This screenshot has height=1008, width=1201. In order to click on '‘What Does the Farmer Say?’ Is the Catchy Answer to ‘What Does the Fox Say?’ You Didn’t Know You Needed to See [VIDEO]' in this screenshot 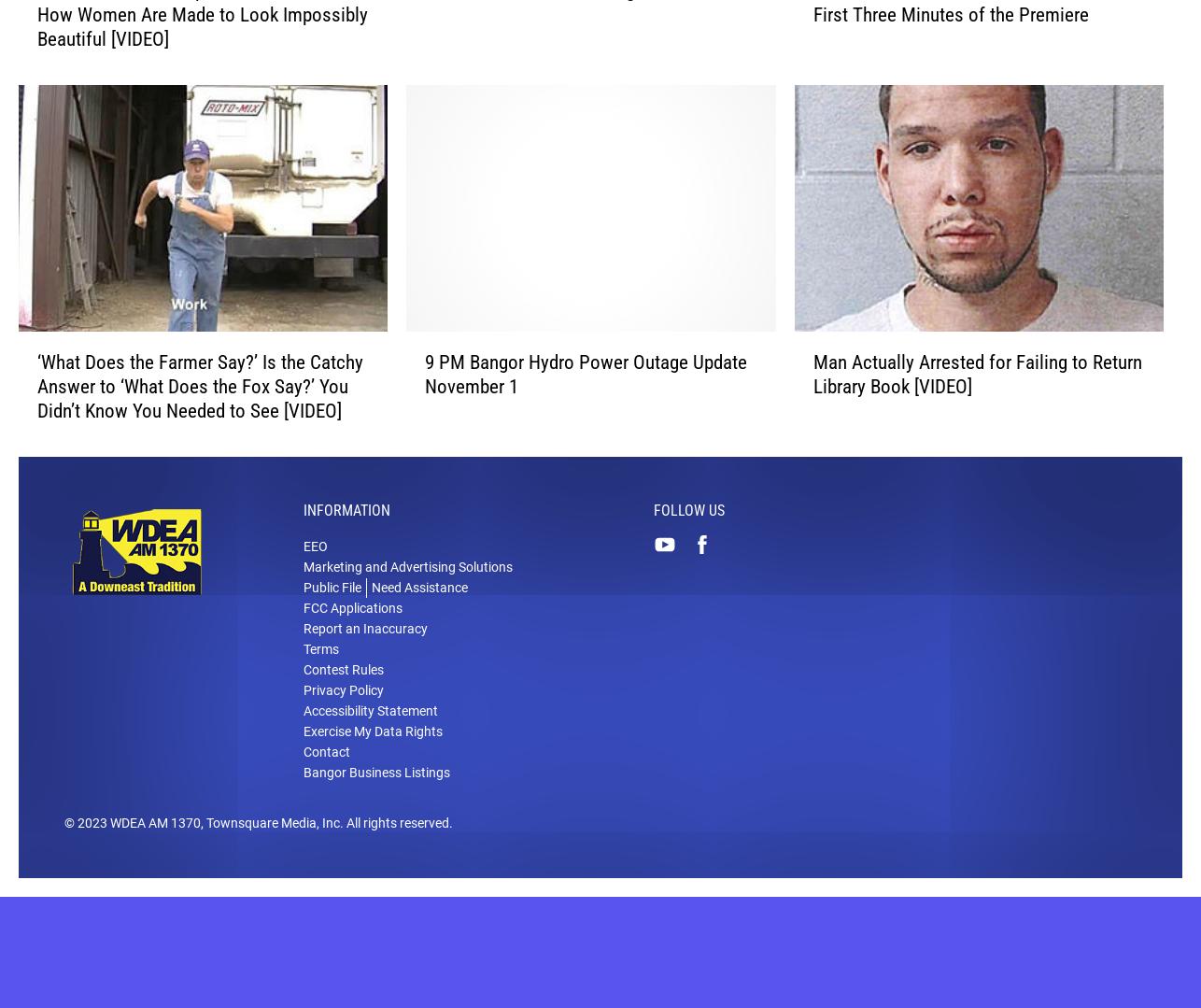, I will do `click(200, 415)`.